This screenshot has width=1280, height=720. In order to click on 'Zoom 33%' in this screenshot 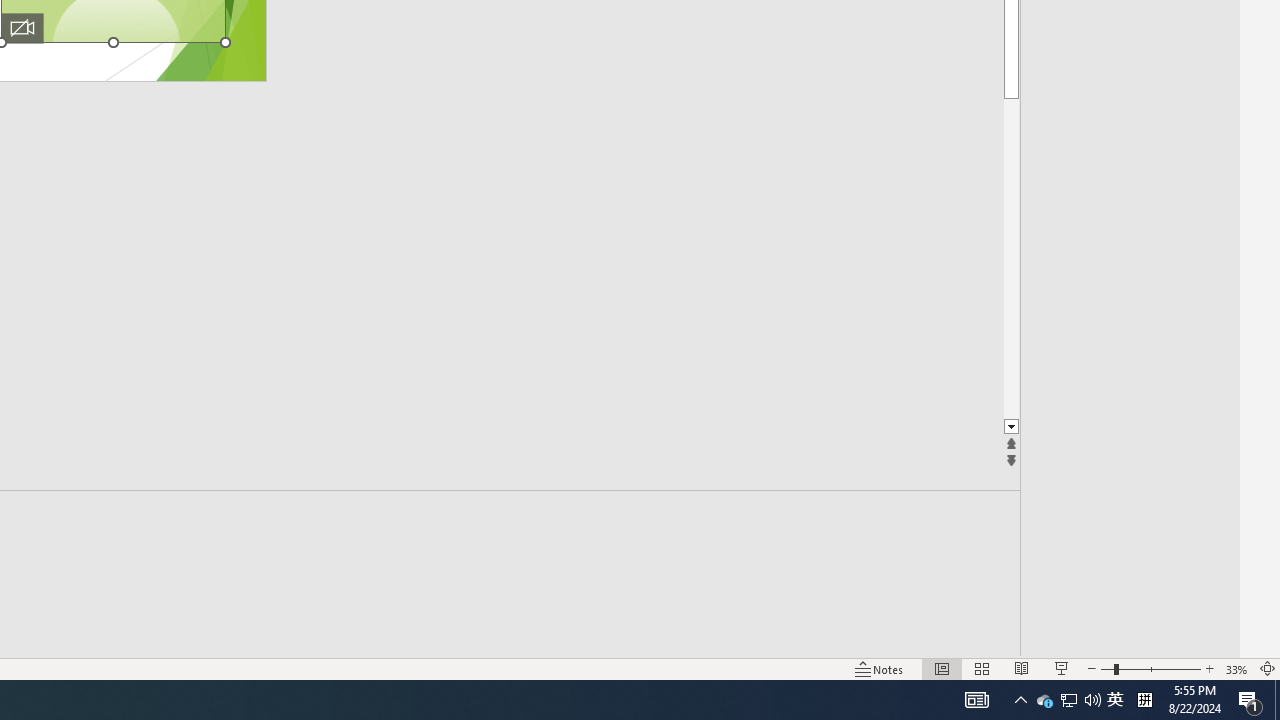, I will do `click(1236, 669)`.